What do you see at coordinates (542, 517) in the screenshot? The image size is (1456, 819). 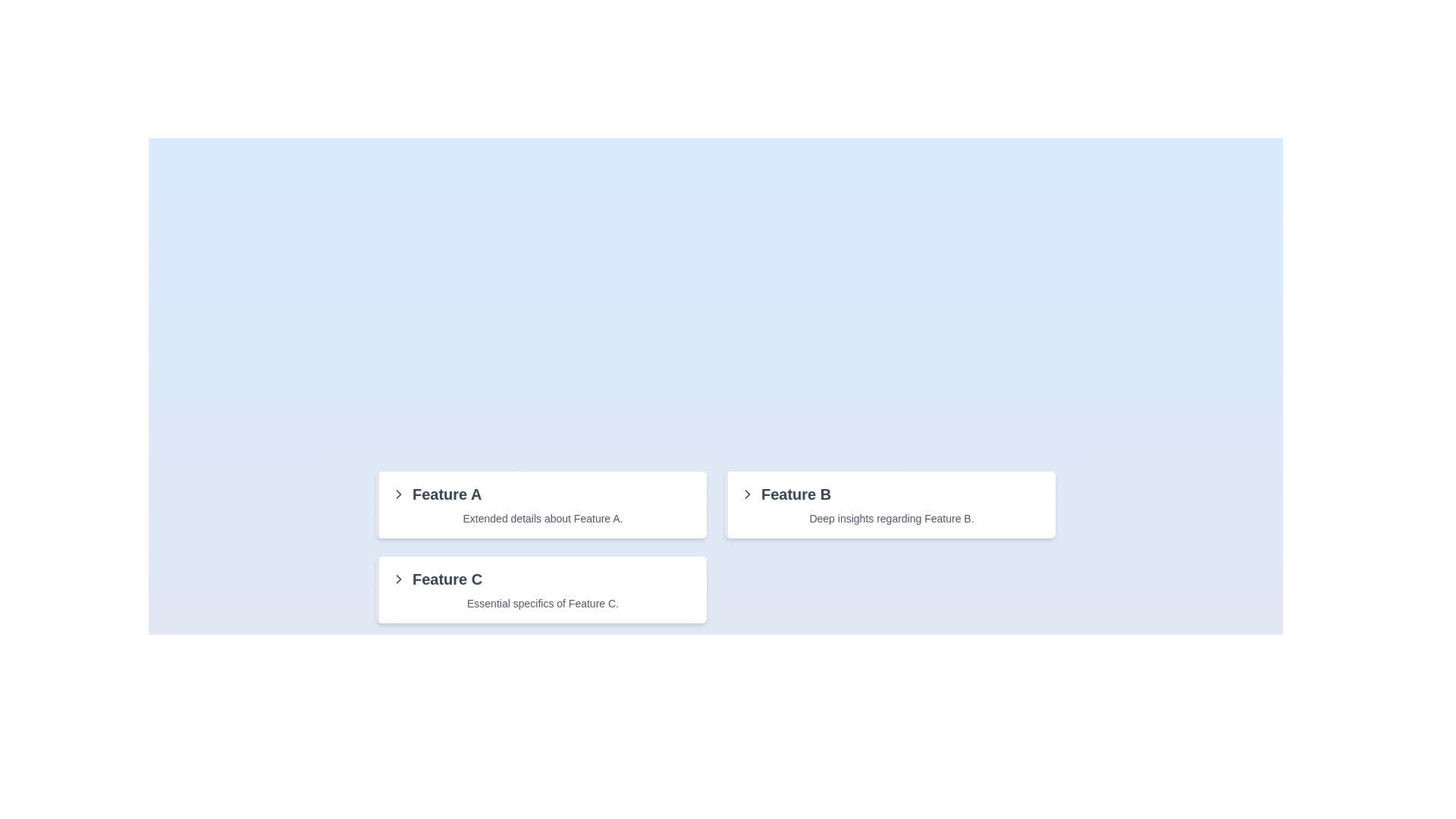 I see `the descriptive text that provides additional details about 'Feature A', located beneath the title and adjacent to a chevron icon` at bounding box center [542, 517].